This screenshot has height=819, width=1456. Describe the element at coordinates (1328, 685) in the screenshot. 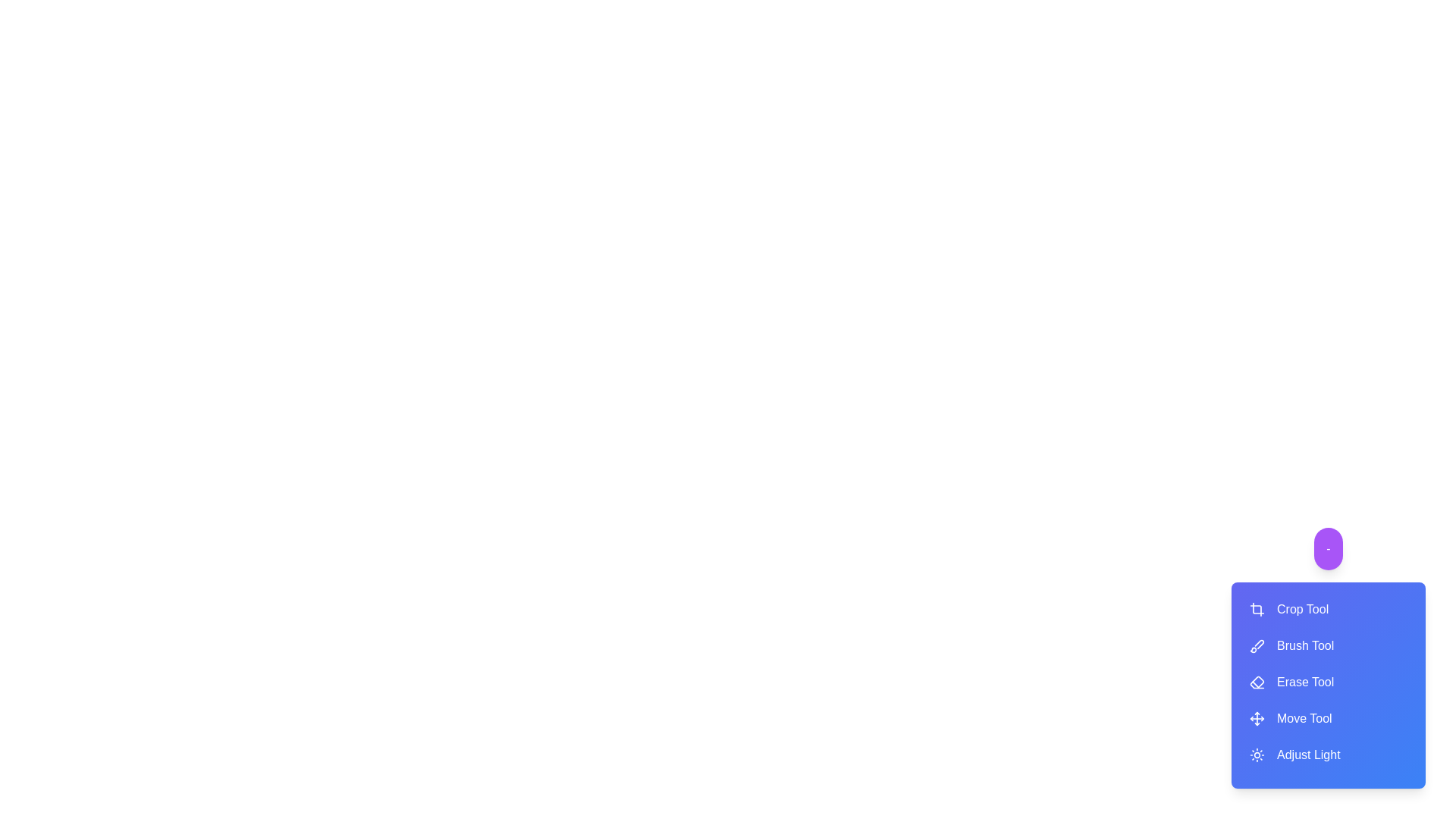

I see `a tool within the vertical toolbar or menu, which features a gradient background and contains icons and labels for tools like 'Crop Tool' and 'Brush Tool'` at that location.